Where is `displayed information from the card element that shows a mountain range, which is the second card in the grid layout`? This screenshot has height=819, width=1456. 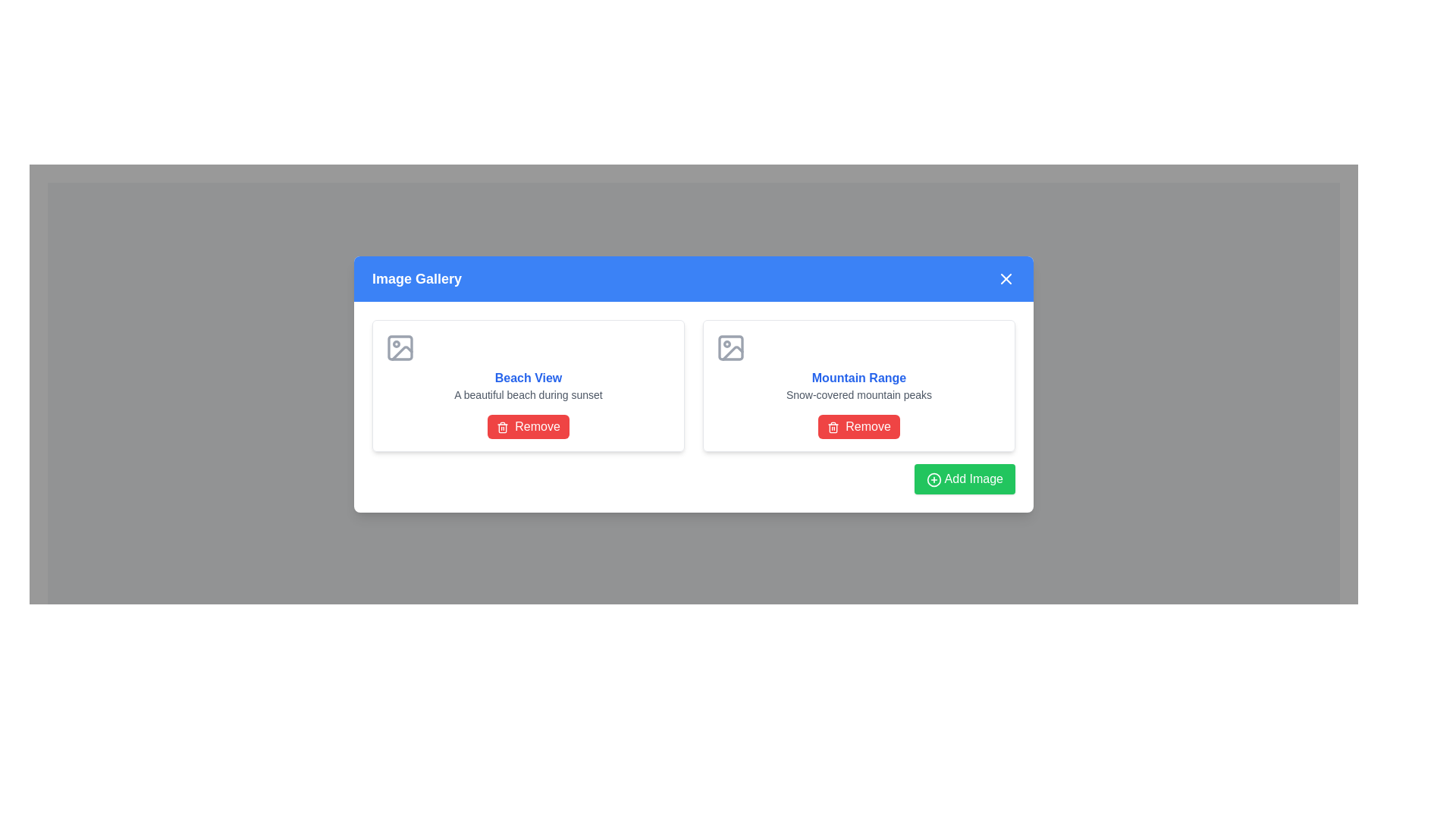
displayed information from the card element that shows a mountain range, which is the second card in the grid layout is located at coordinates (858, 385).